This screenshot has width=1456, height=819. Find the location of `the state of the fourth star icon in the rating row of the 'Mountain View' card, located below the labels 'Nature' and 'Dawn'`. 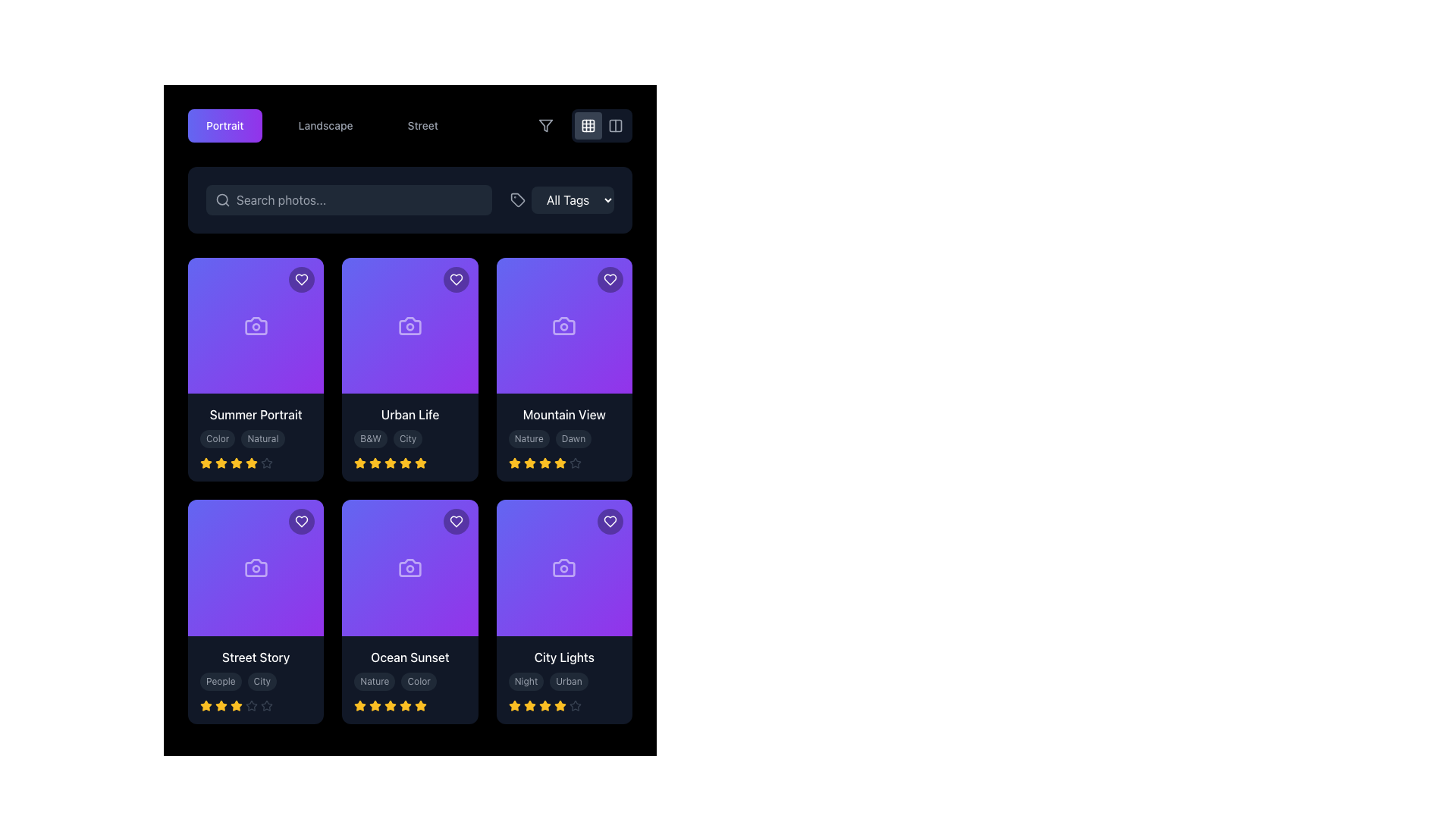

the state of the fourth star icon in the rating row of the 'Mountain View' card, located below the labels 'Nature' and 'Dawn' is located at coordinates (544, 463).